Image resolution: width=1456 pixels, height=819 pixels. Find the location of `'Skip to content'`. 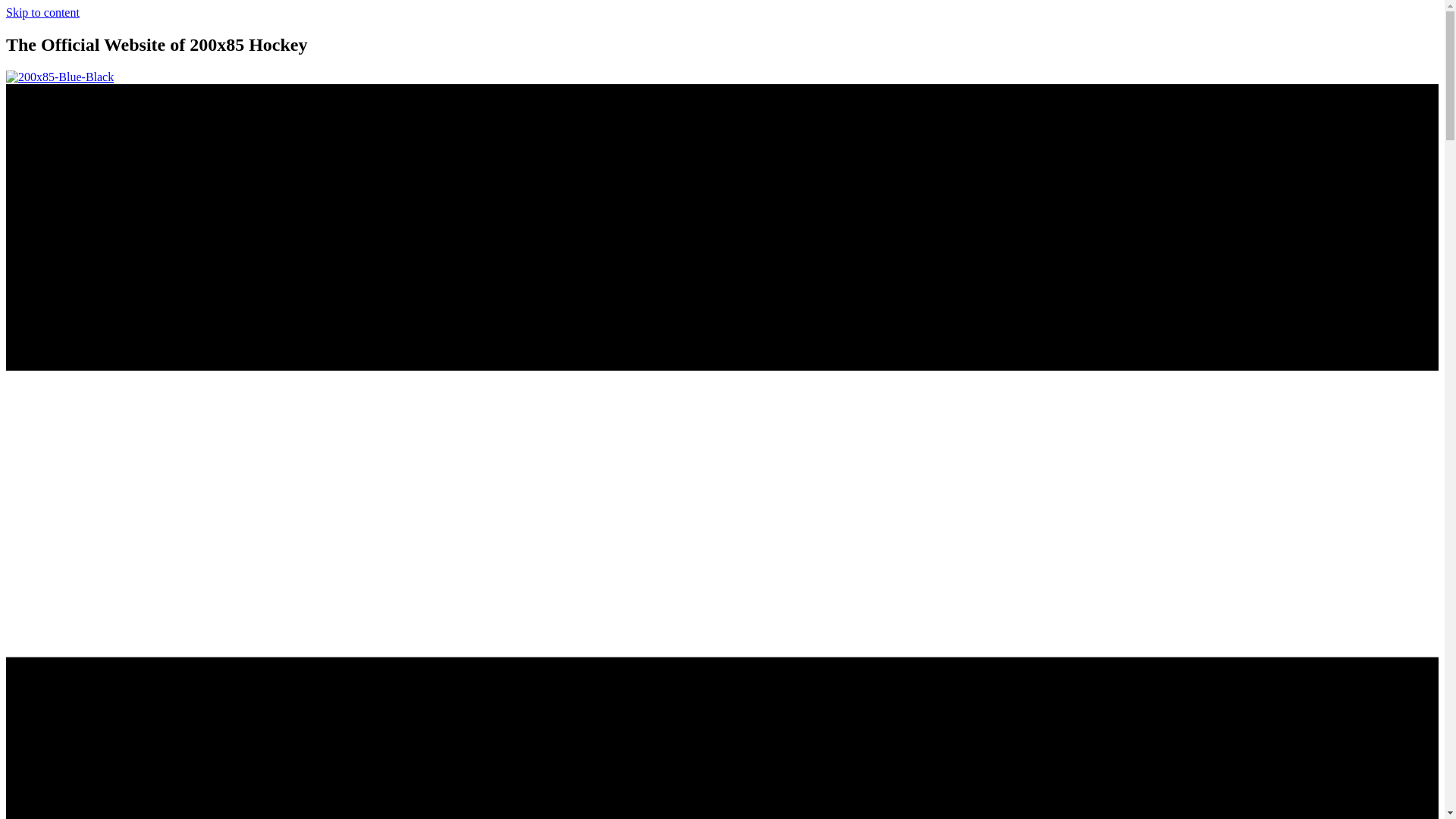

'Skip to content' is located at coordinates (42, 12).